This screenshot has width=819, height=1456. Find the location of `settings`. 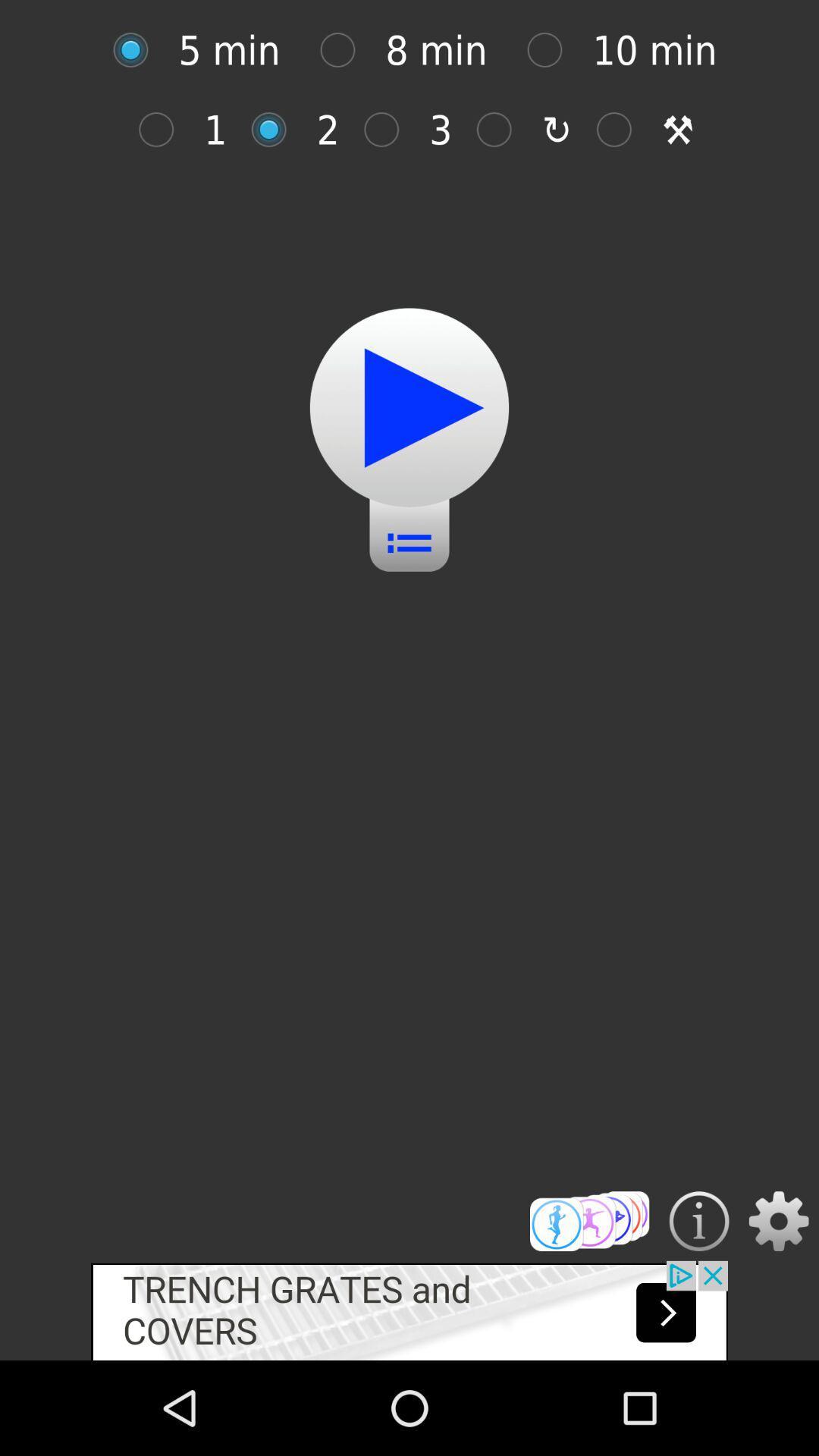

settings is located at coordinates (779, 1221).